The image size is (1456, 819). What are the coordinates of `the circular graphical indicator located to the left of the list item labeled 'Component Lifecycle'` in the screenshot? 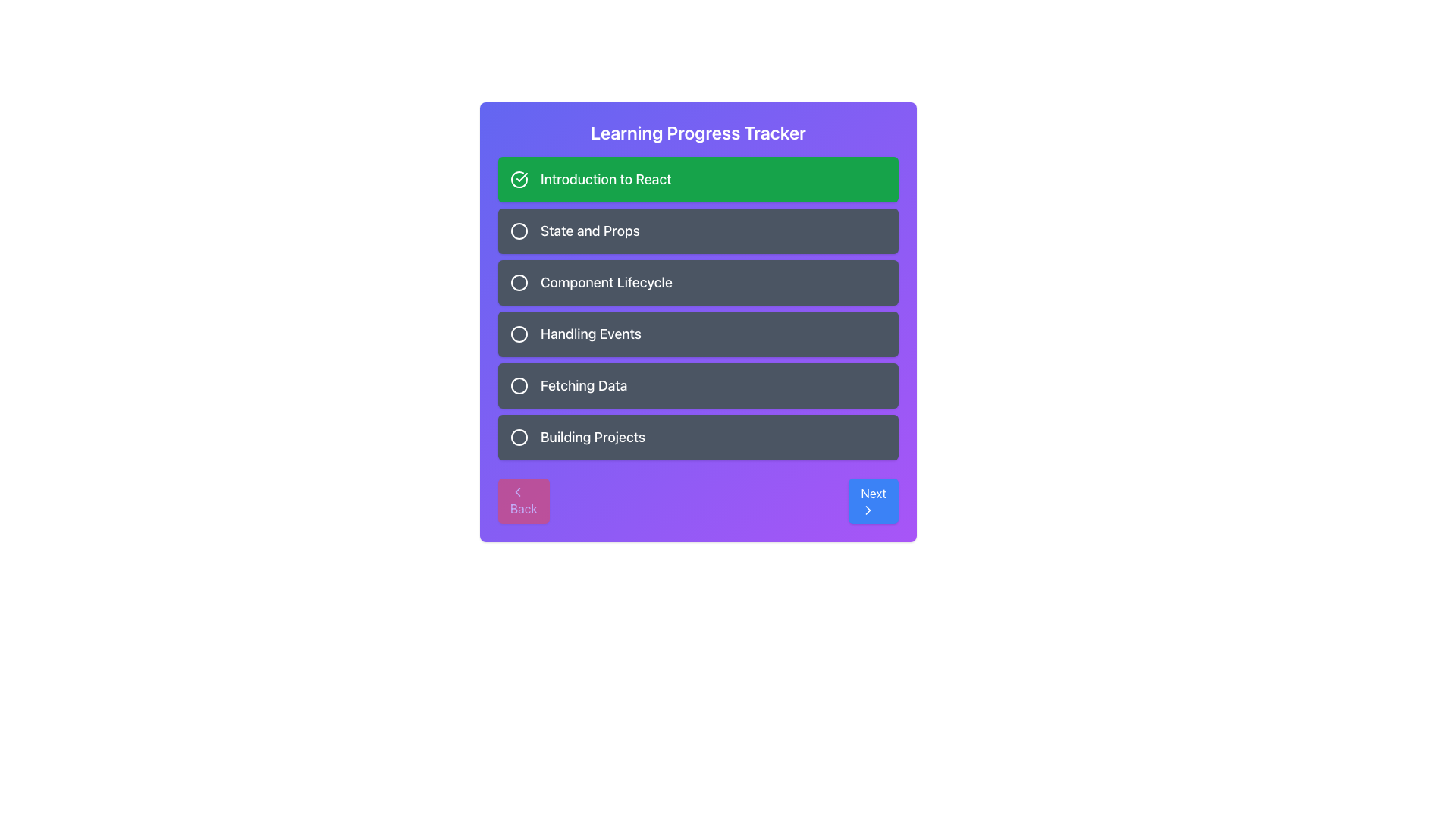 It's located at (519, 283).